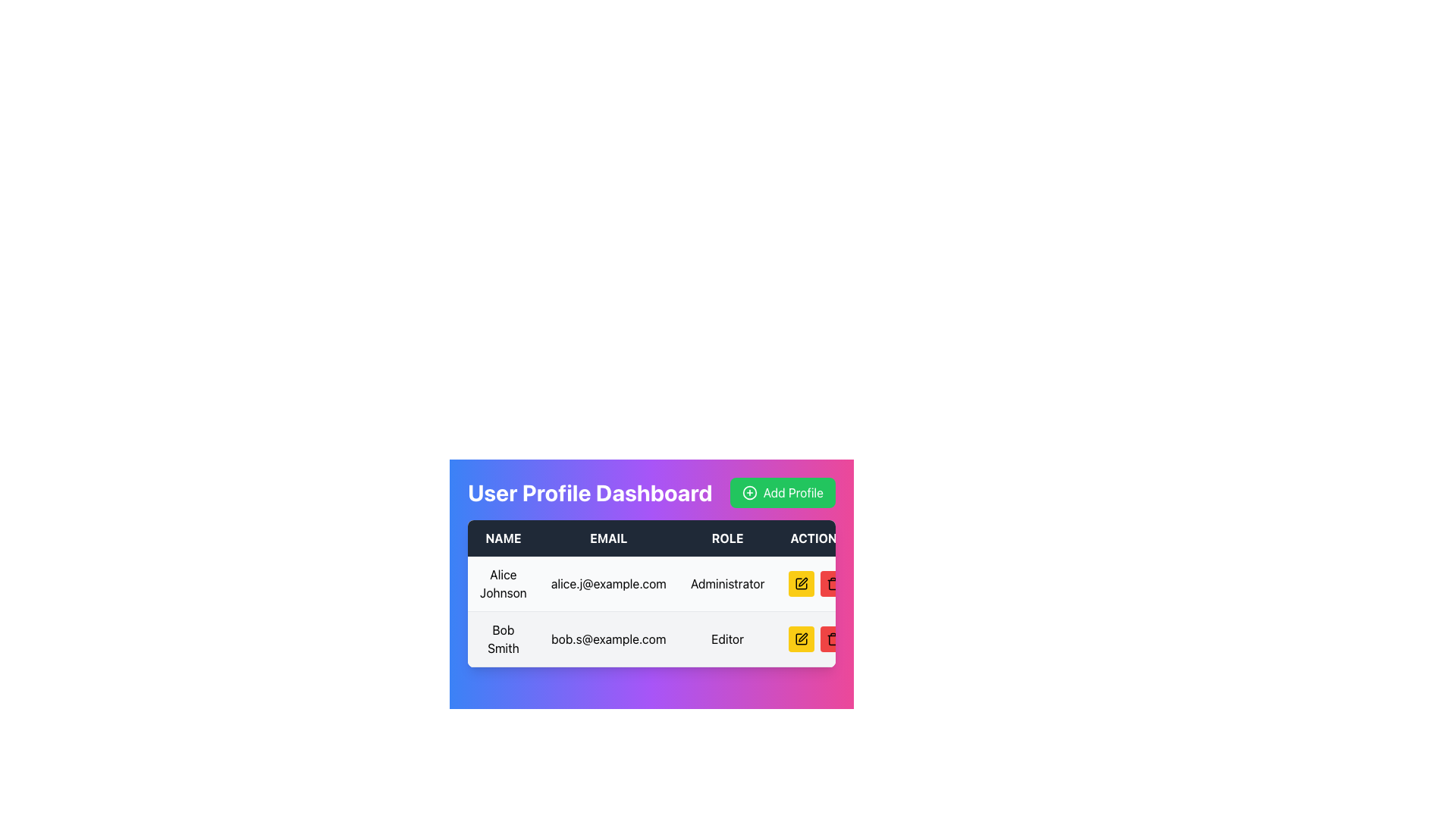 Image resolution: width=1456 pixels, height=819 pixels. I want to click on the edit icon within the Actions column for the 'Alice Johnson' row in the user profile dashboard, so click(817, 583).